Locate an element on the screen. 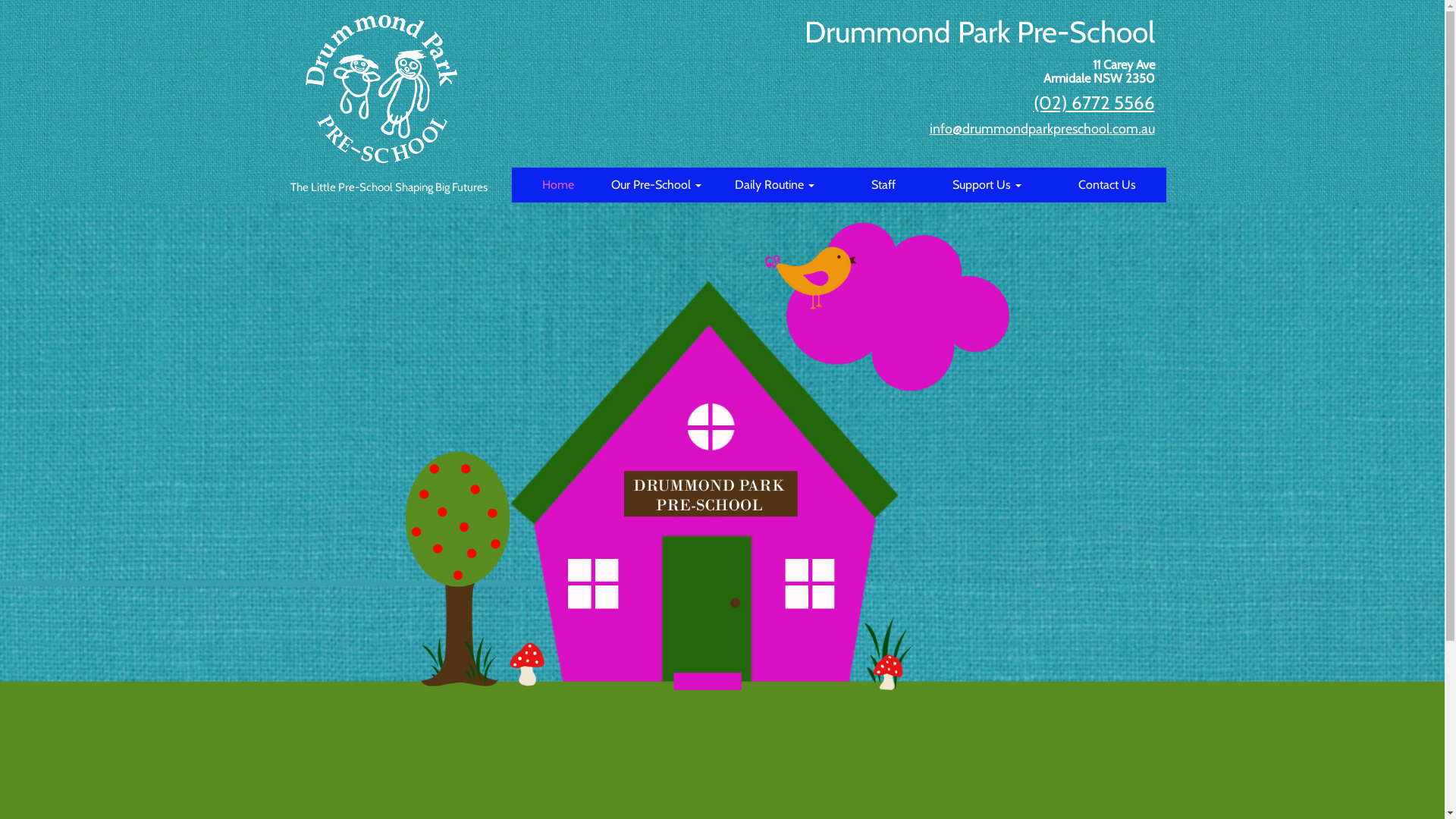 The height and width of the screenshot is (819, 1456). 'Support Us ' is located at coordinates (987, 184).